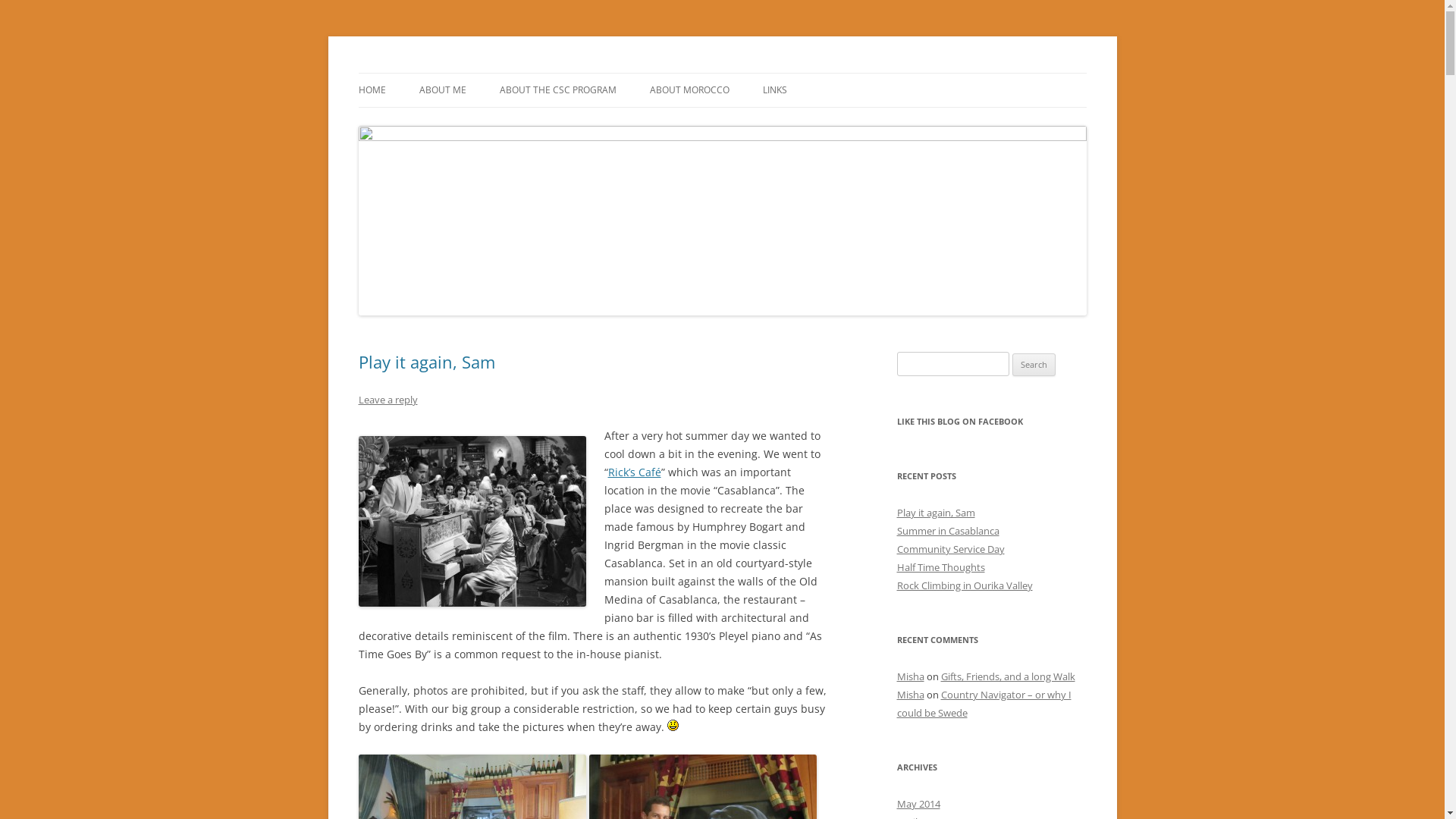 This screenshot has width=1456, height=819. I want to click on 'Search', so click(1033, 365).